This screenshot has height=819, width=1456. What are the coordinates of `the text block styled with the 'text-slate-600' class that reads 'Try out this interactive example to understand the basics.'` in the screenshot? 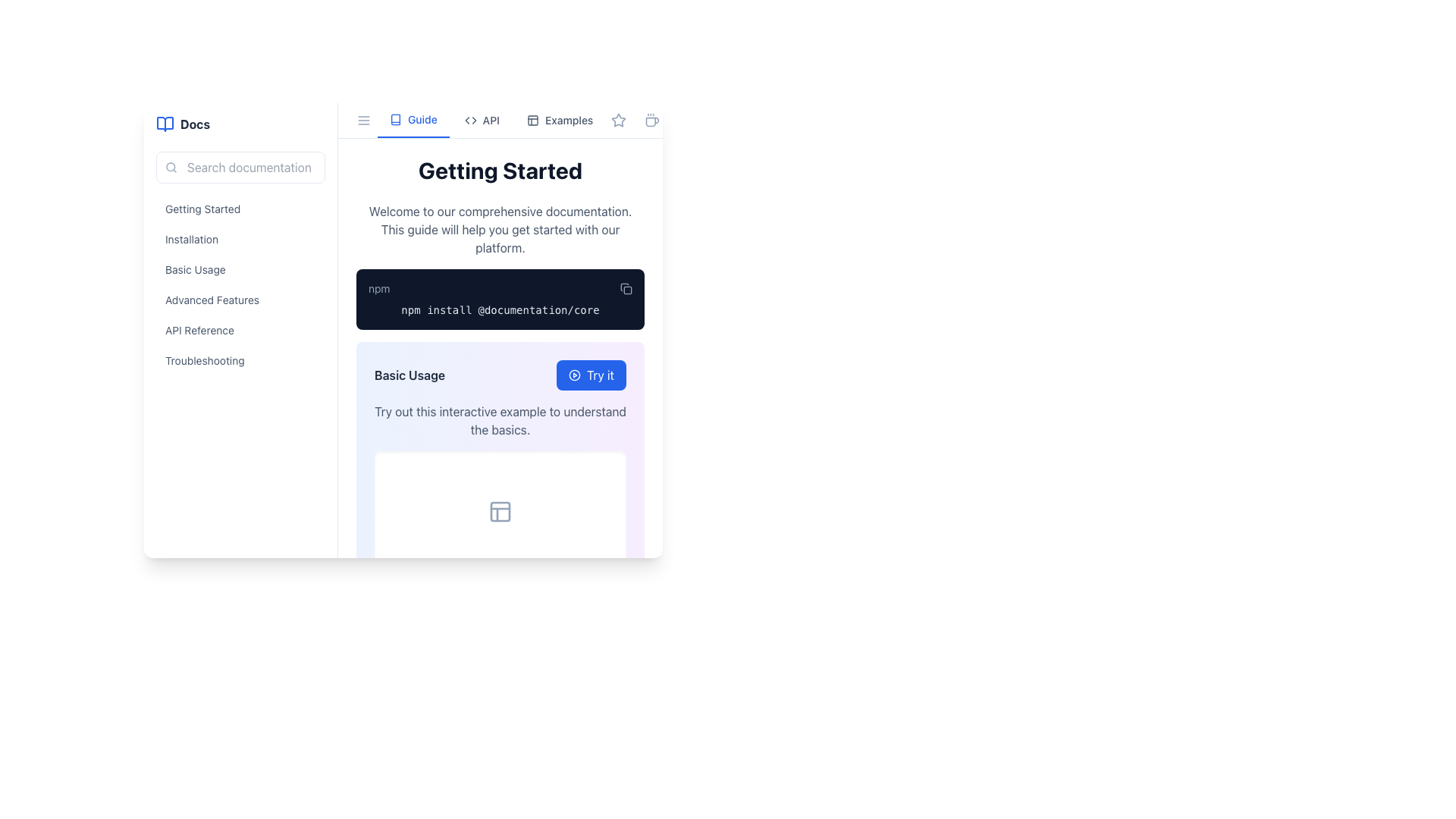 It's located at (500, 421).